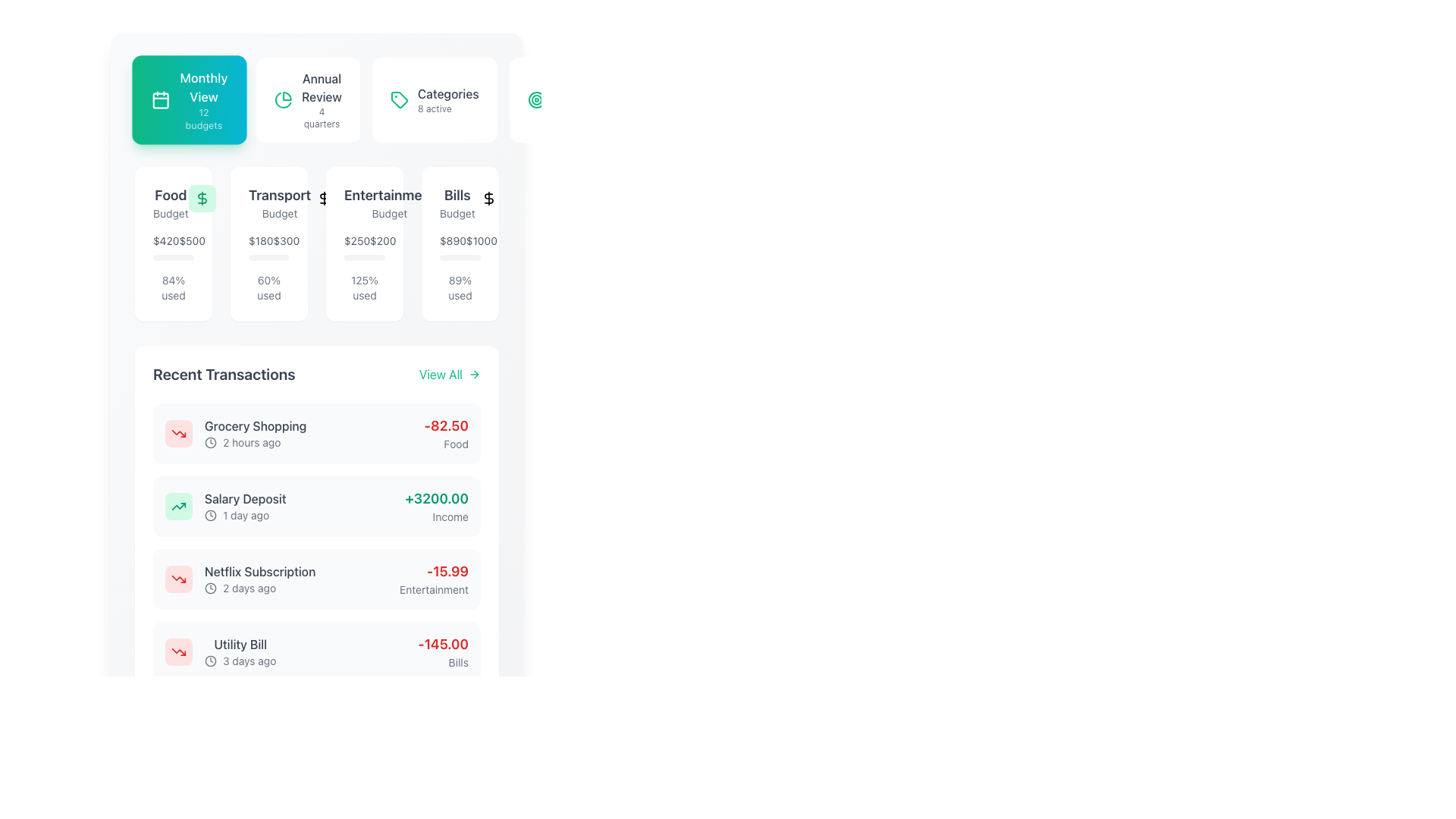  What do you see at coordinates (315, 506) in the screenshot?
I see `the second entry in the 'Recent Transactions' section, which summarizes a specific financial transaction, located below 'Grocery Shopping'` at bounding box center [315, 506].